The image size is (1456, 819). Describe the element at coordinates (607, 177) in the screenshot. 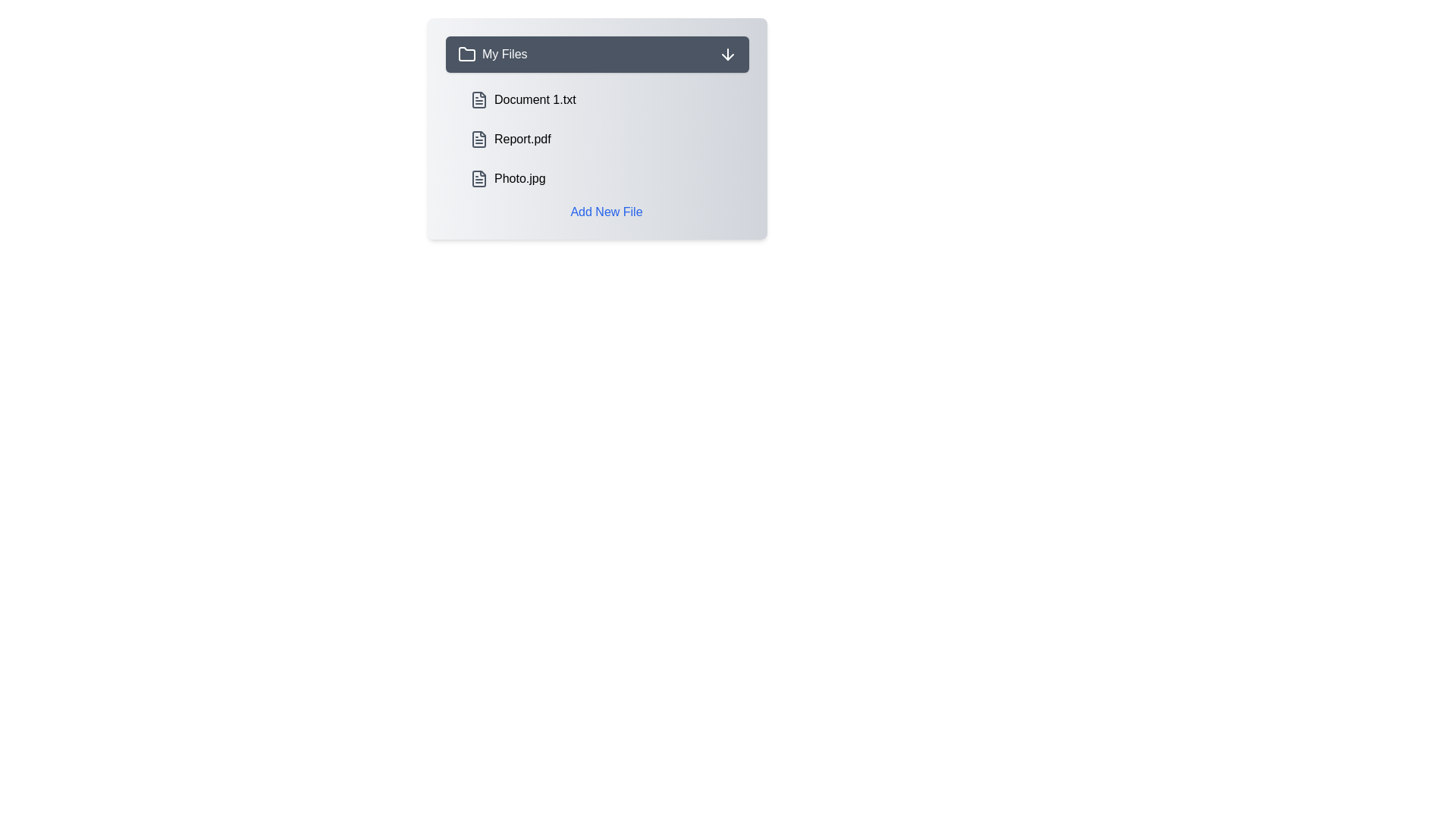

I see `the file Photo.jpg from the list` at that location.